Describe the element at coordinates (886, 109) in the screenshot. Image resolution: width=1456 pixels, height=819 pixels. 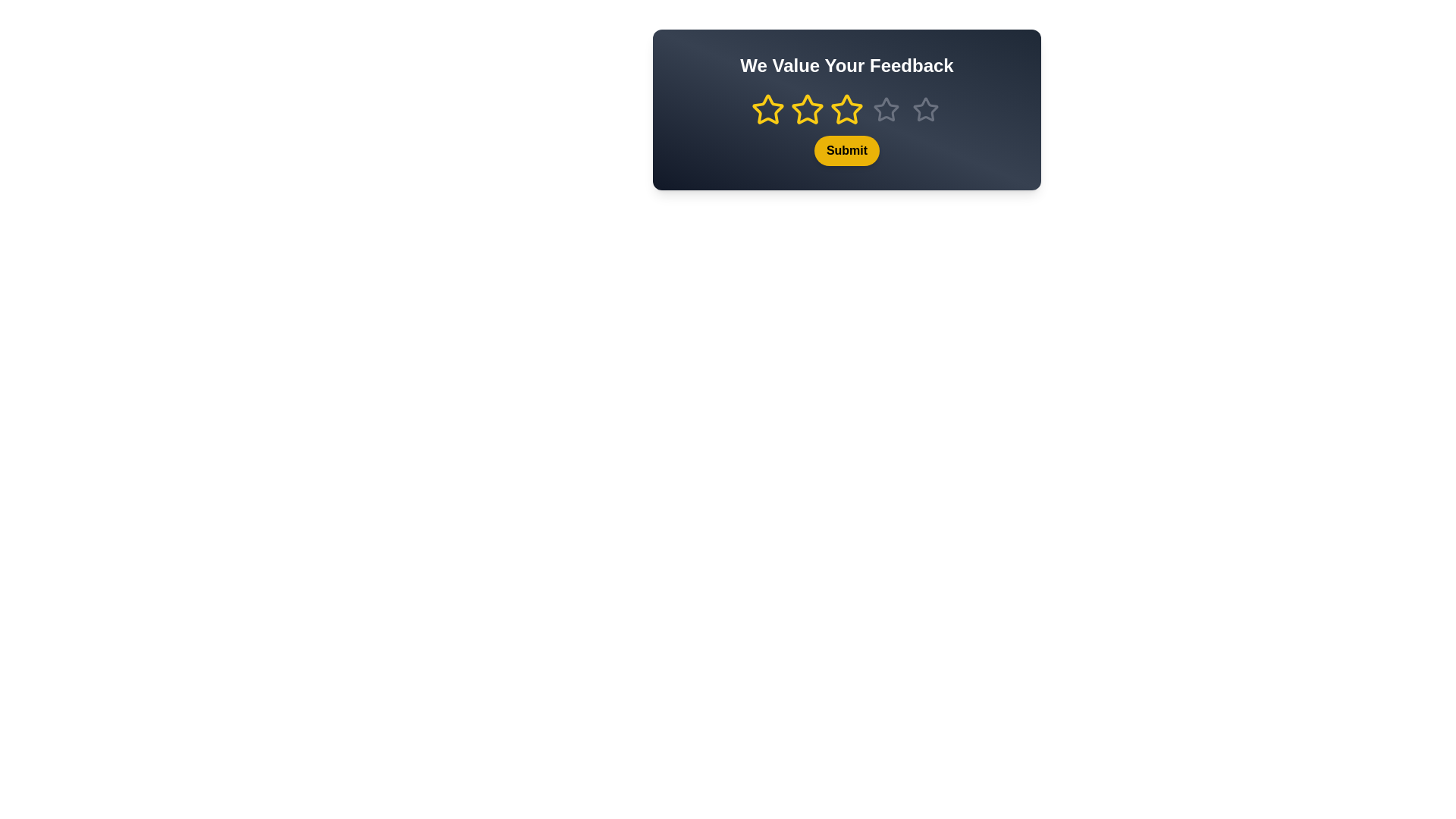
I see `the fourth star-shaped icon in the rating system, which is outlined in gray` at that location.